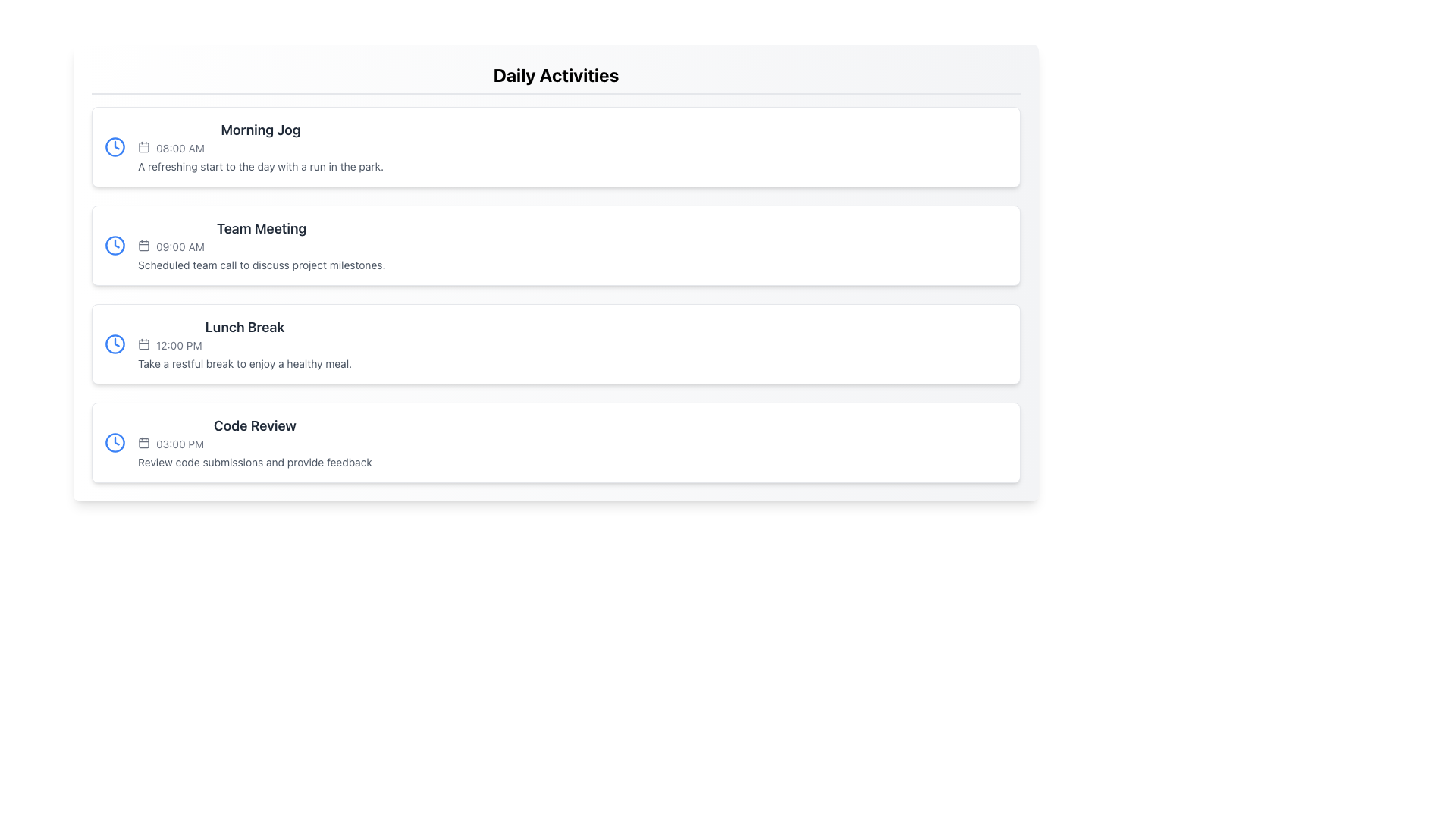 The height and width of the screenshot is (819, 1456). Describe the element at coordinates (144, 245) in the screenshot. I see `the calendar icon located in the second list item titled 'Team Meeting' under 'Daily Activities', positioned to the left of '09:00 AM'` at that location.